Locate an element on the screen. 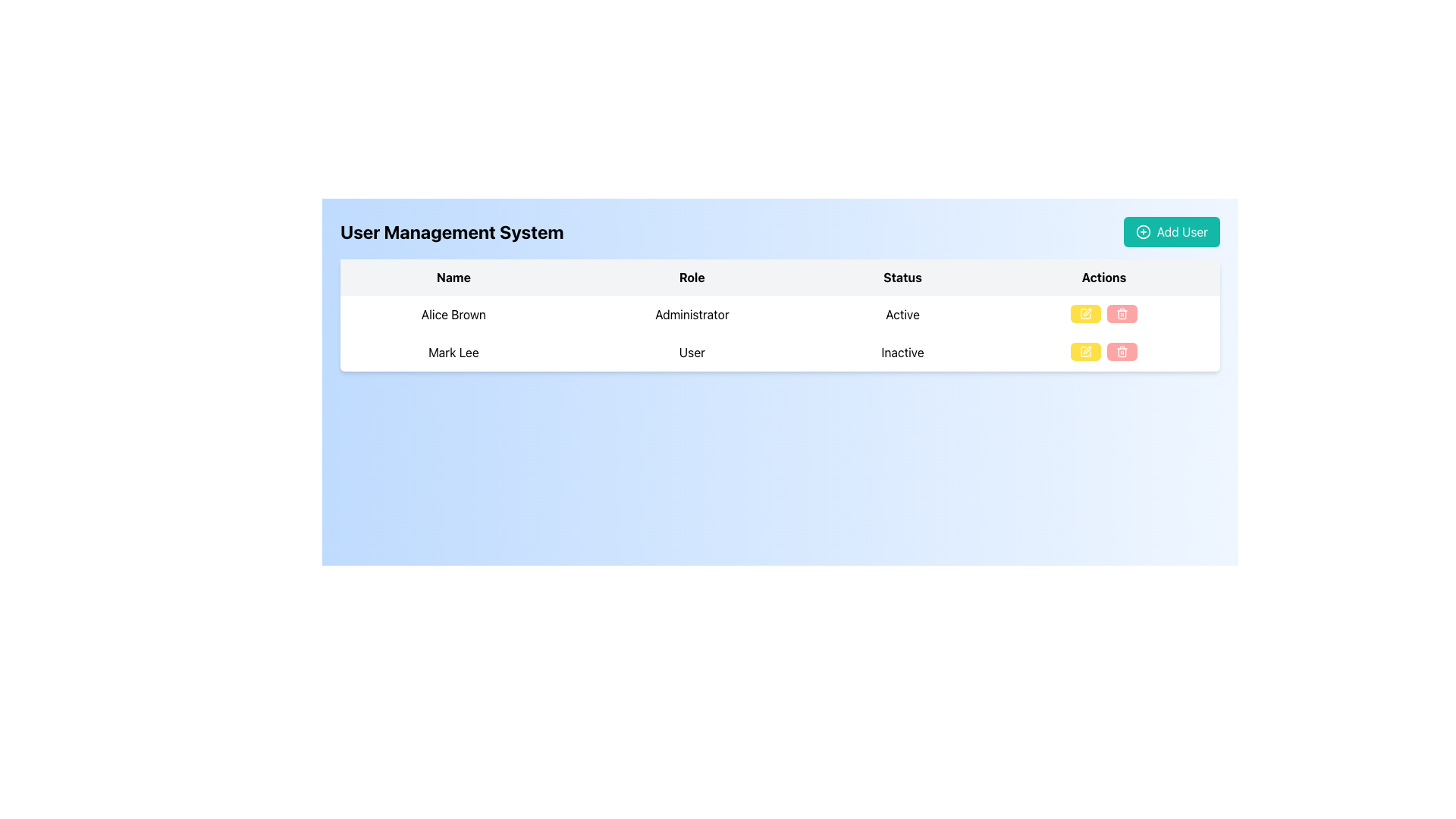 Image resolution: width=1456 pixels, height=819 pixels. the 'Add User' button with a teal background and white text in the top-right corner of the 'User Management System' section is located at coordinates (1171, 231).